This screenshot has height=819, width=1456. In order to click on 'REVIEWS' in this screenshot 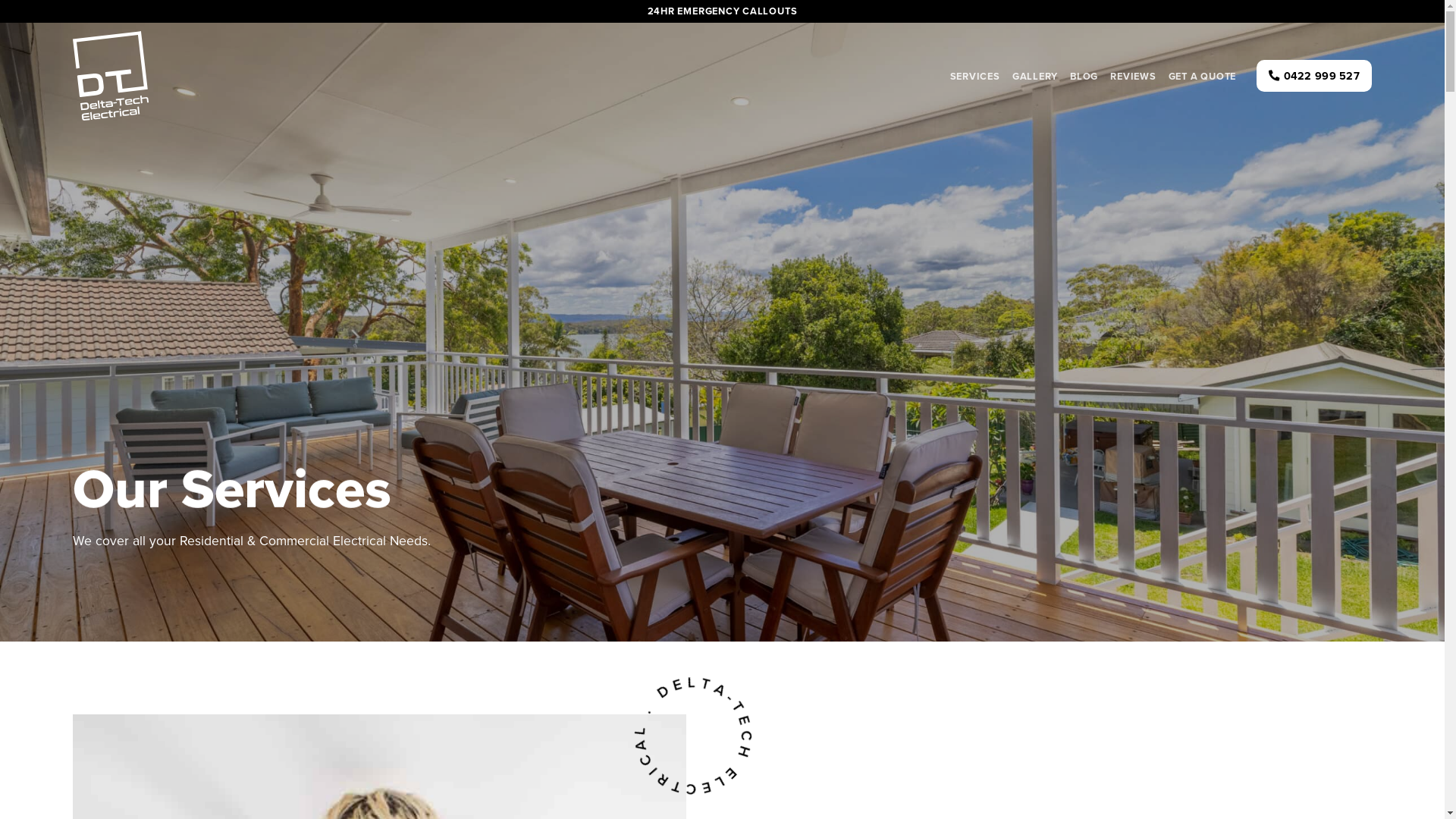, I will do `click(1132, 75)`.